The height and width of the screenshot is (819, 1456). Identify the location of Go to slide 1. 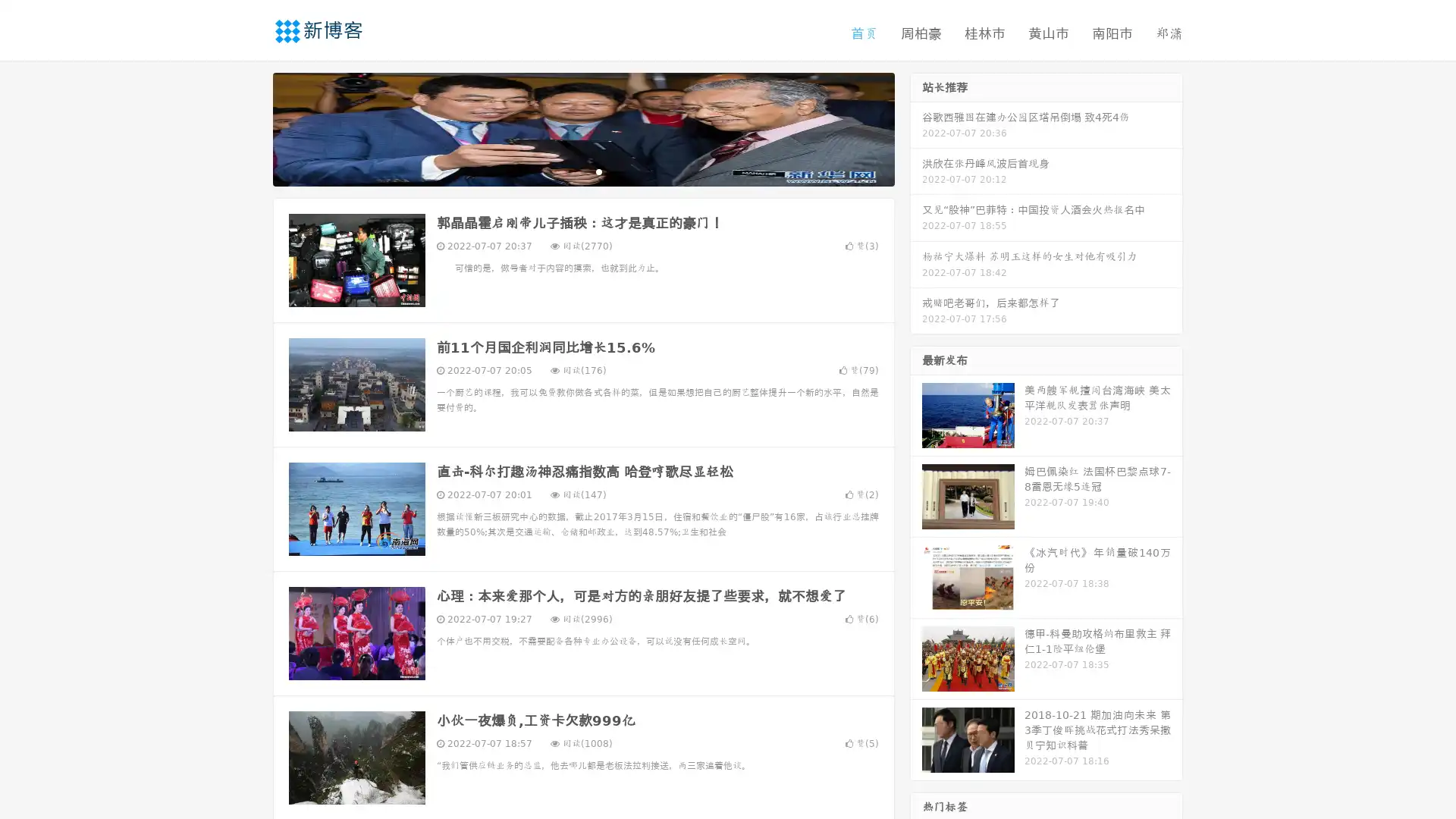
(567, 171).